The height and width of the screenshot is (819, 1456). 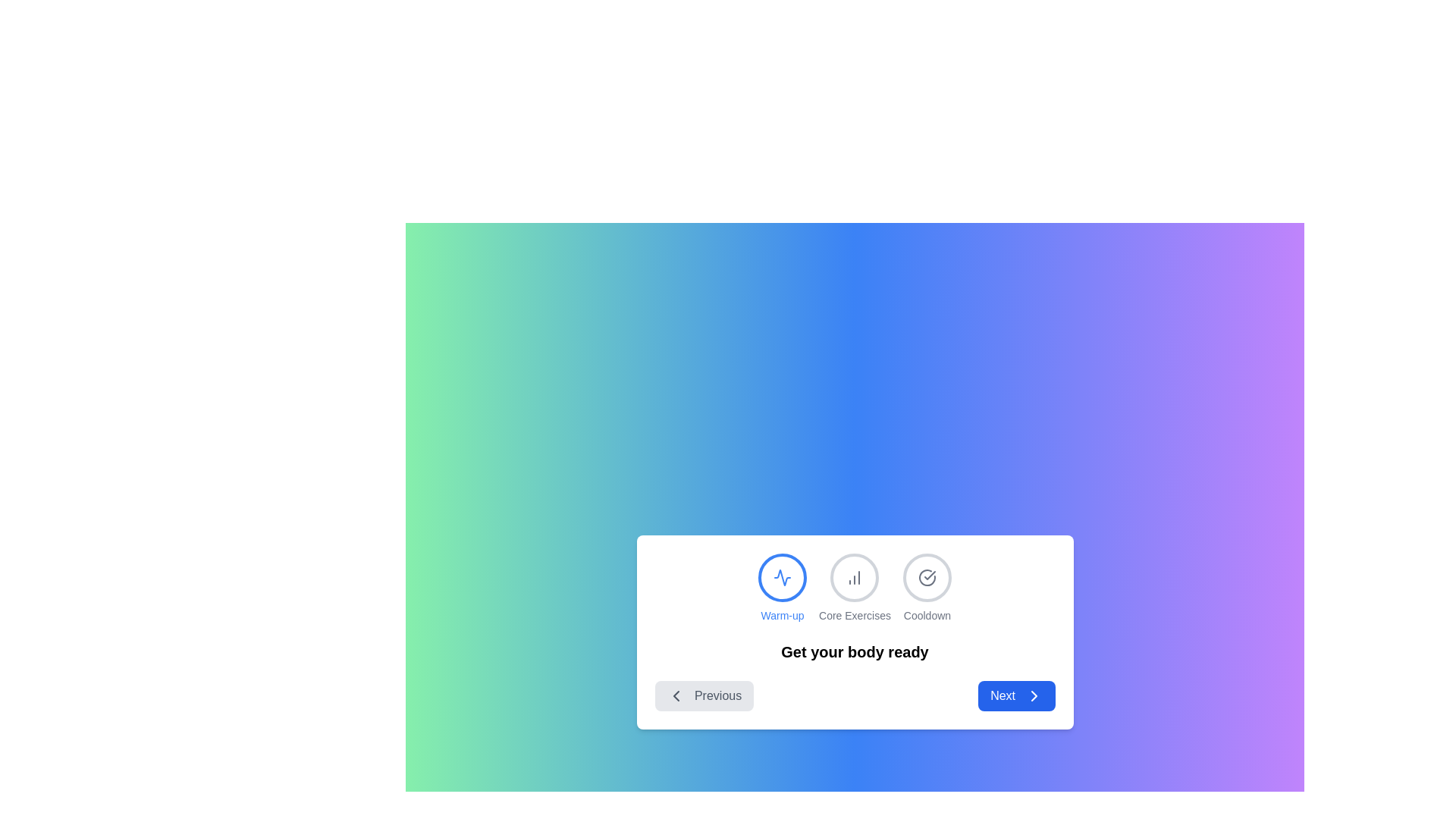 What do you see at coordinates (1016, 696) in the screenshot?
I see `the 'Next' button to navigate to the next step` at bounding box center [1016, 696].